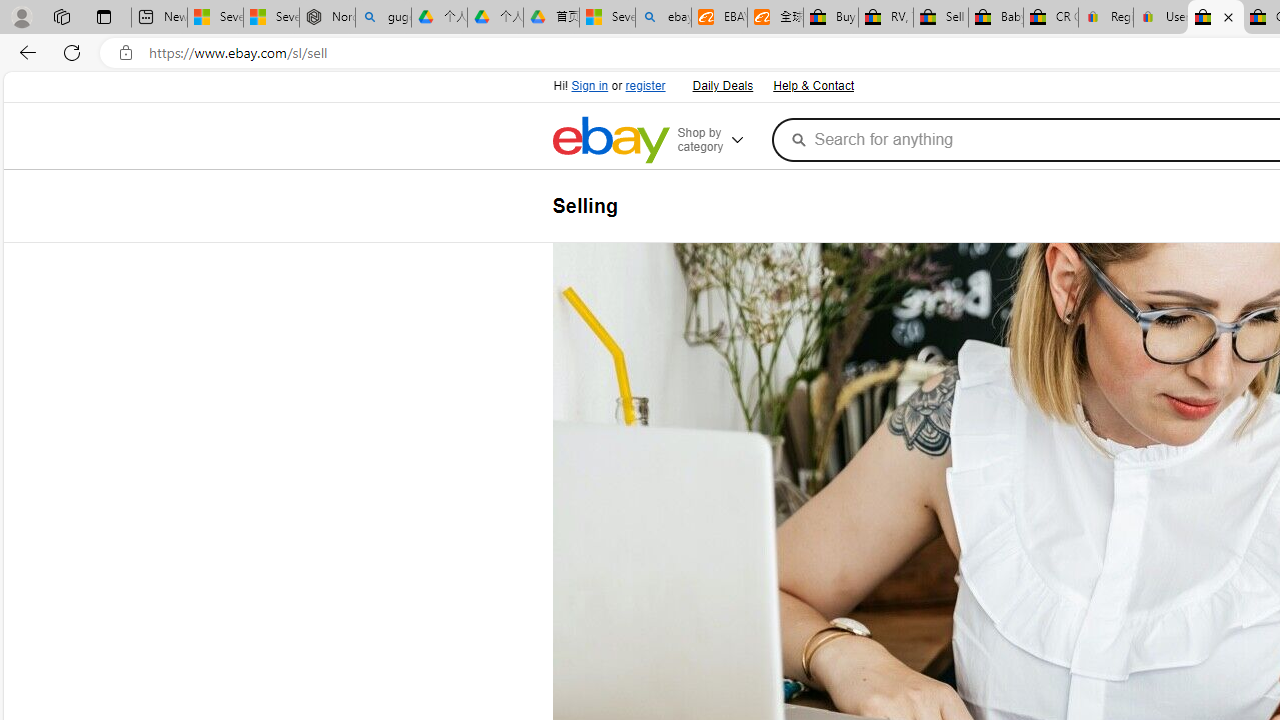 The width and height of the screenshot is (1280, 720). I want to click on 'Help & Contact', so click(813, 86).